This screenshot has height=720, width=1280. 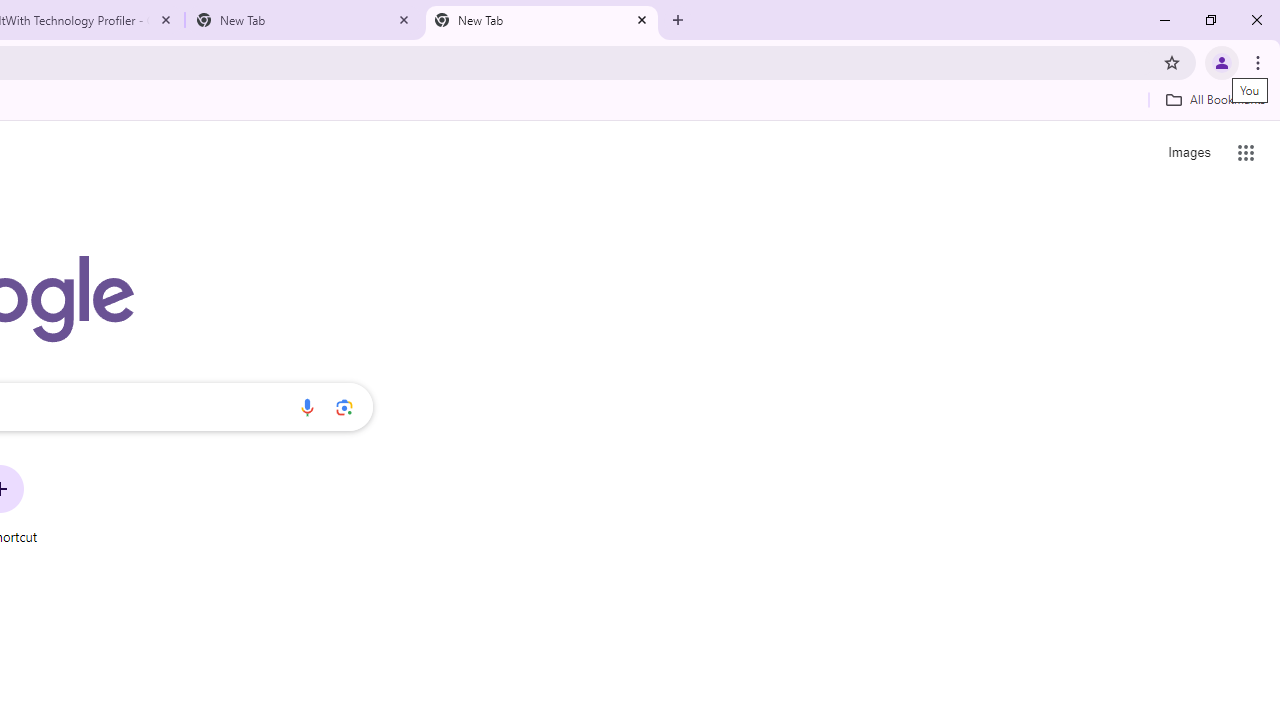 I want to click on 'Search for Images ', so click(x=1189, y=152).